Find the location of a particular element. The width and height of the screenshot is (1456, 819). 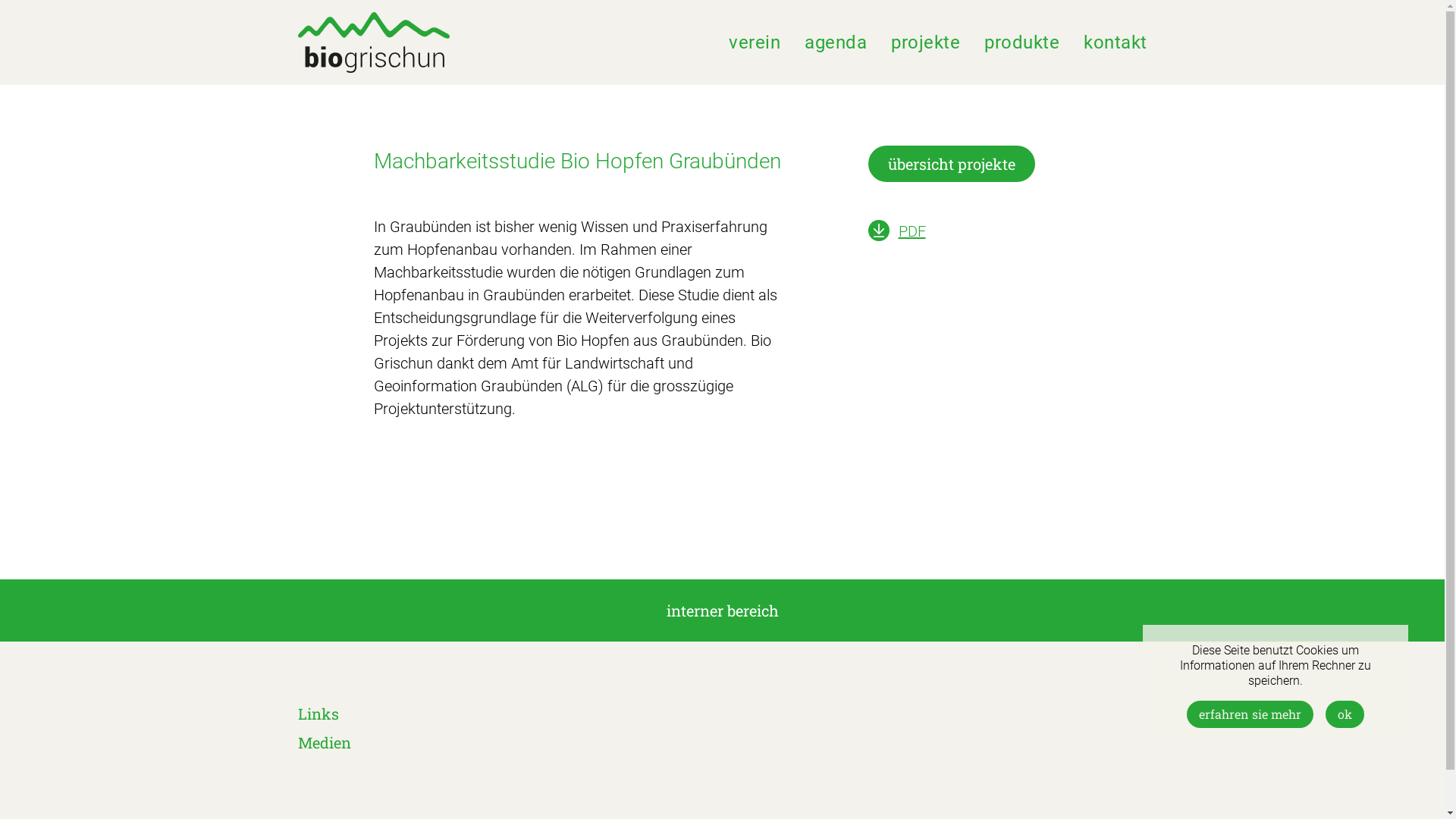

'PDF' is located at coordinates (910, 231).